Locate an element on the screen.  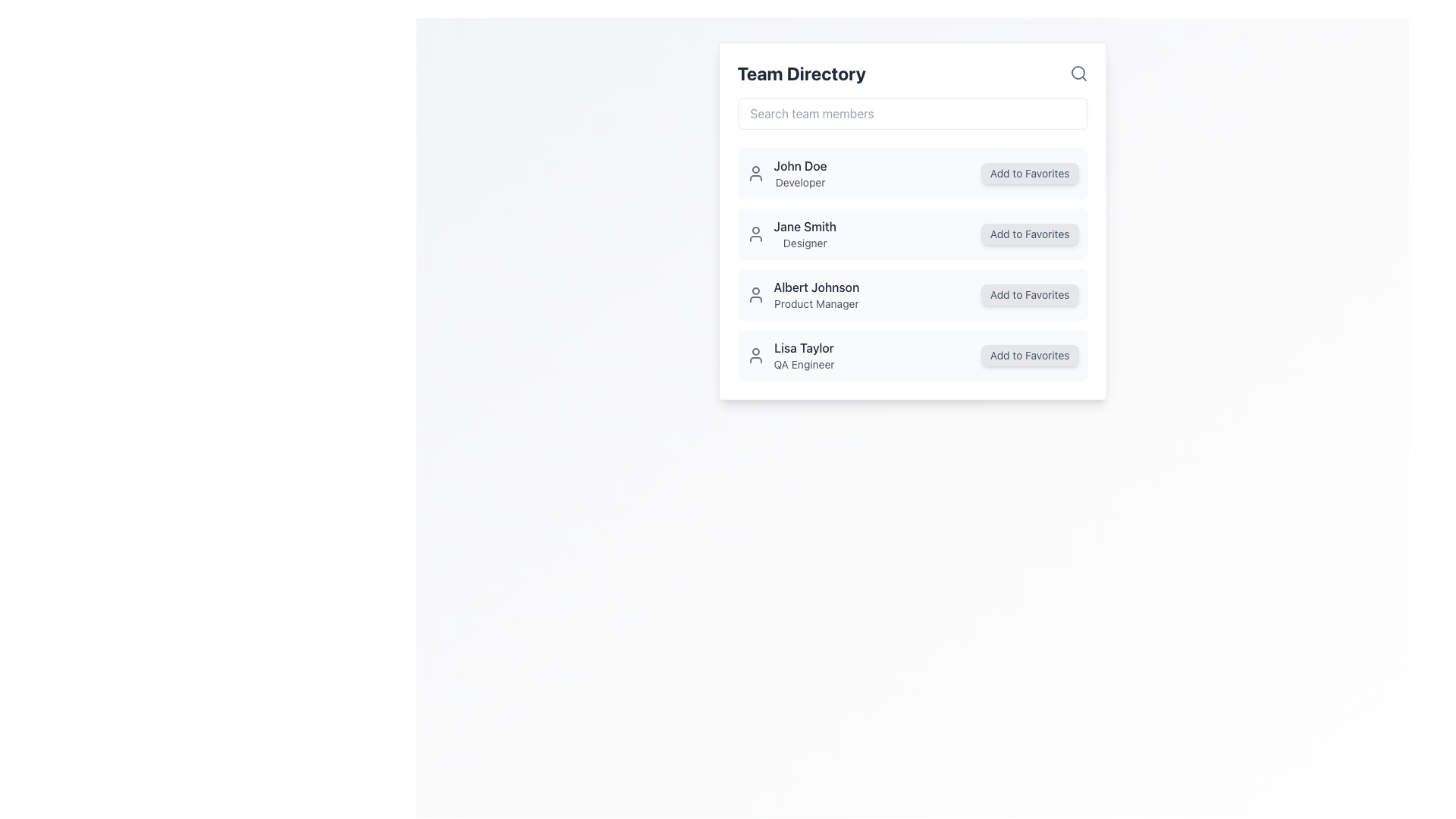
the content of the Text Display element showing 'Jane Smith' and 'Designer', which is located in the second row of the team directory list is located at coordinates (804, 234).